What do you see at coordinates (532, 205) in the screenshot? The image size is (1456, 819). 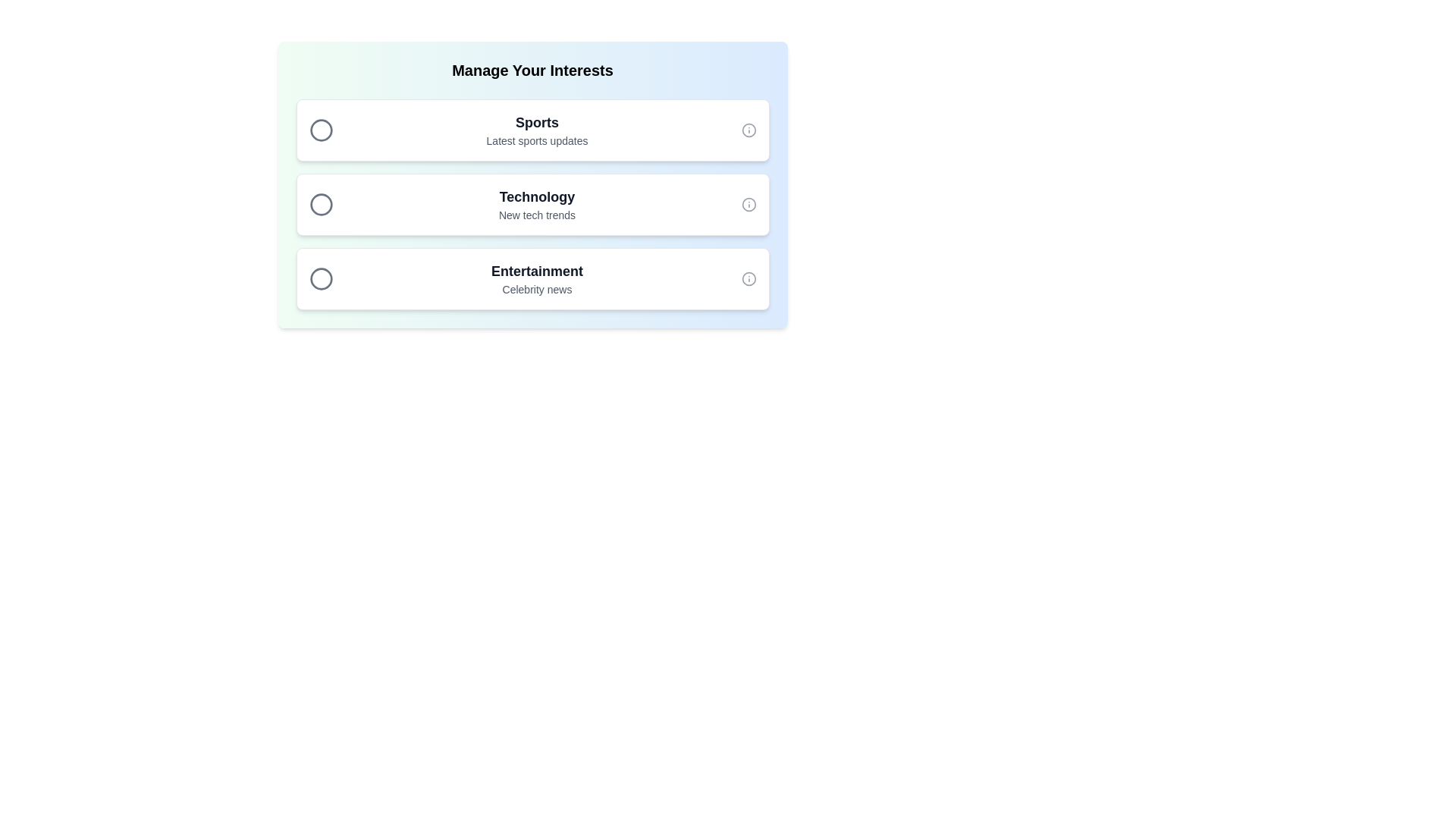 I see `the chip item labeled Technology to observe the visual feedback` at bounding box center [532, 205].